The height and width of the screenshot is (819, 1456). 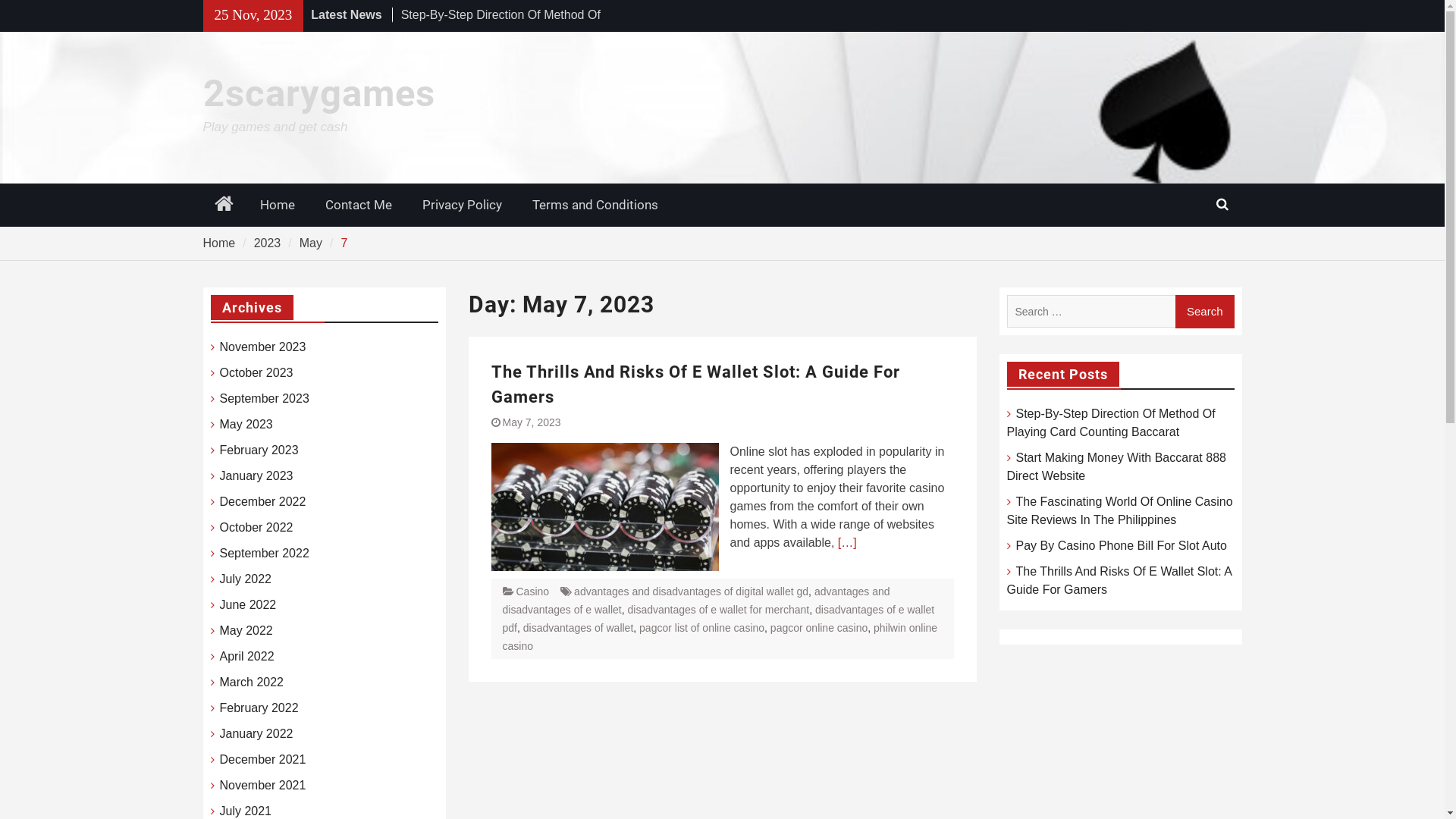 I want to click on 'September 2023', so click(x=265, y=397).